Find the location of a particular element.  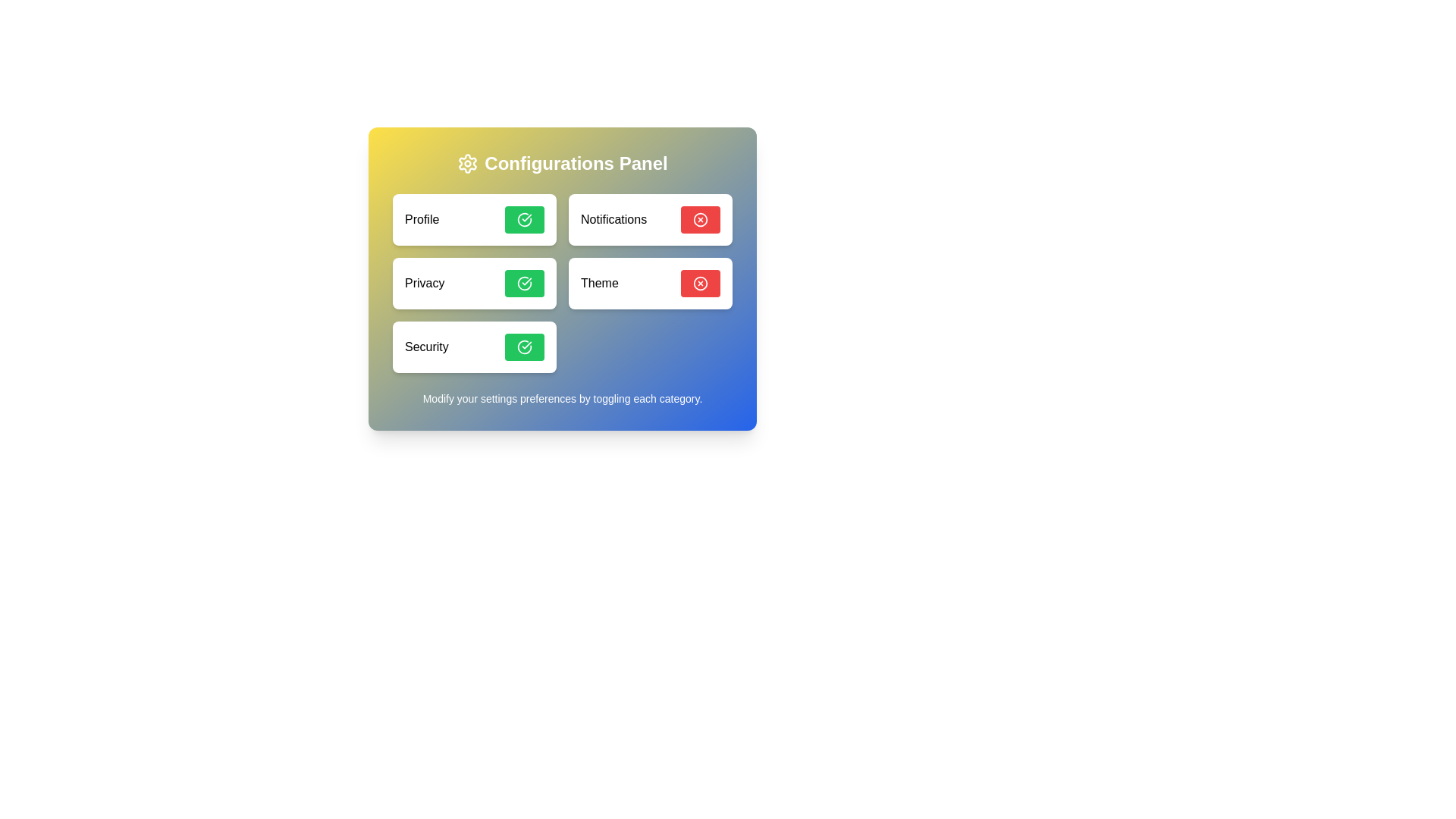

the toggle button in the 'Notifications' section is located at coordinates (700, 219).